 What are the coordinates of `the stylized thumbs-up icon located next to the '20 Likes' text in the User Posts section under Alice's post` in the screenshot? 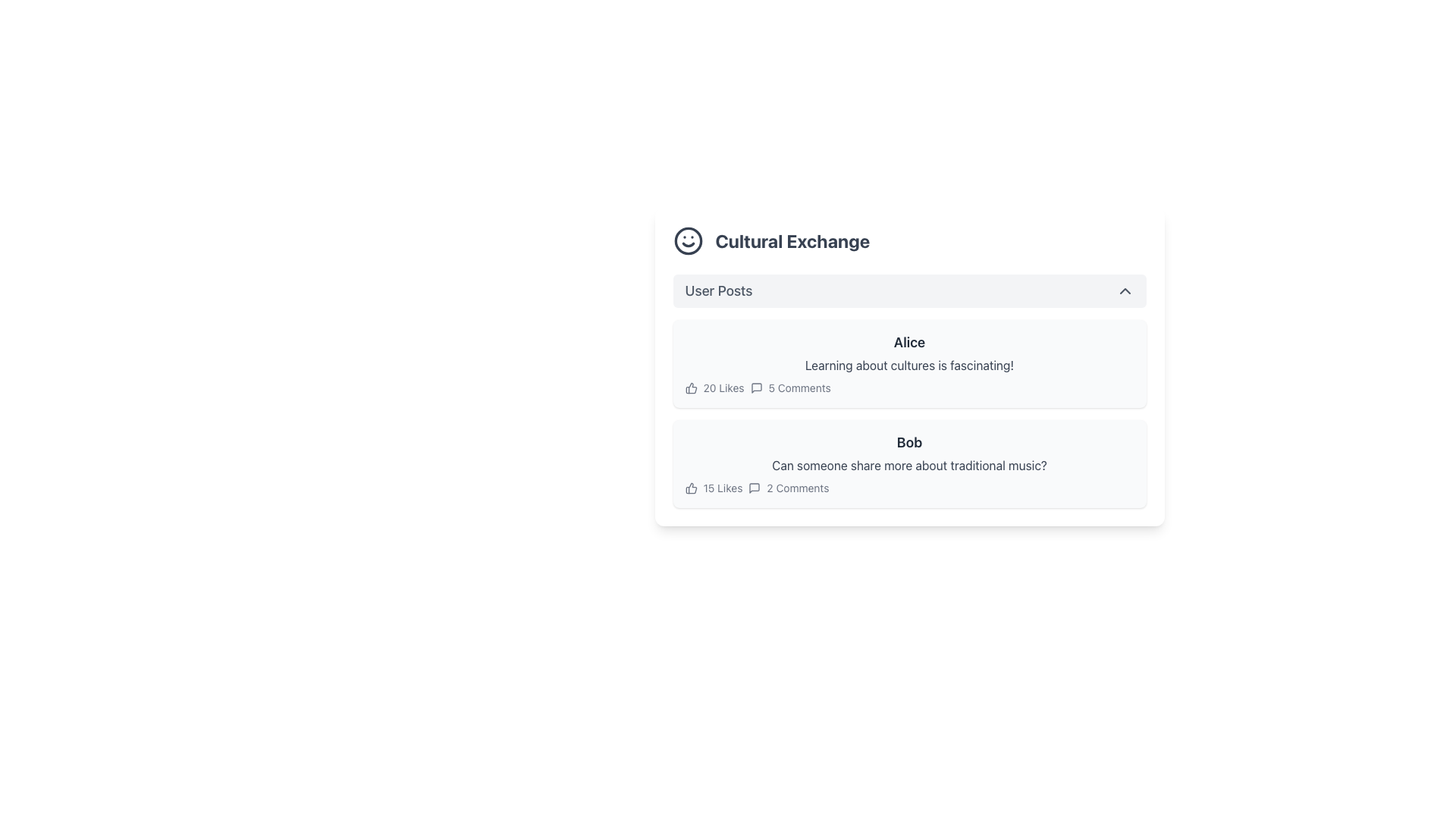 It's located at (690, 388).